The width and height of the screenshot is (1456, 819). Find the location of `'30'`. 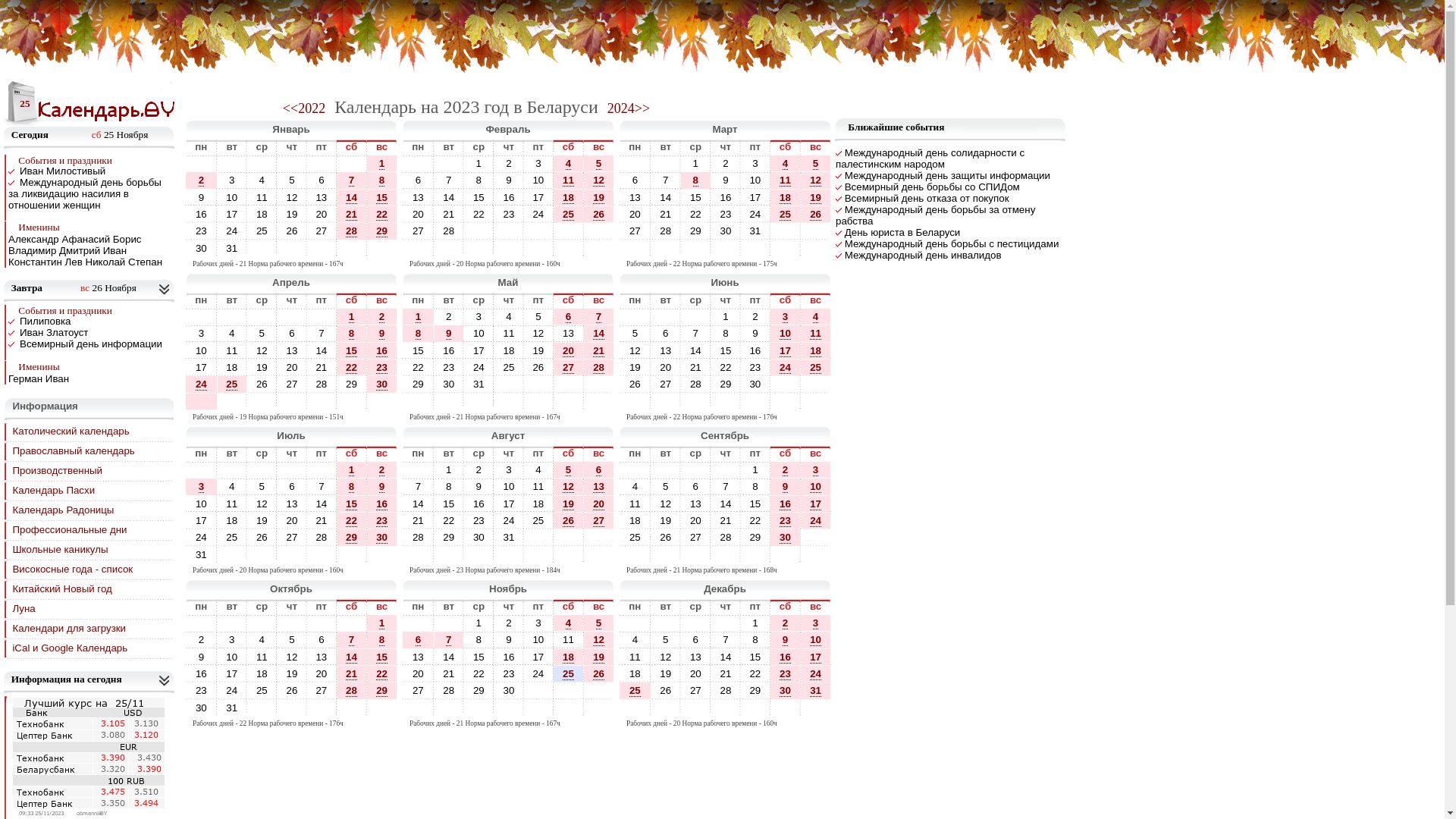

'30' is located at coordinates (509, 690).